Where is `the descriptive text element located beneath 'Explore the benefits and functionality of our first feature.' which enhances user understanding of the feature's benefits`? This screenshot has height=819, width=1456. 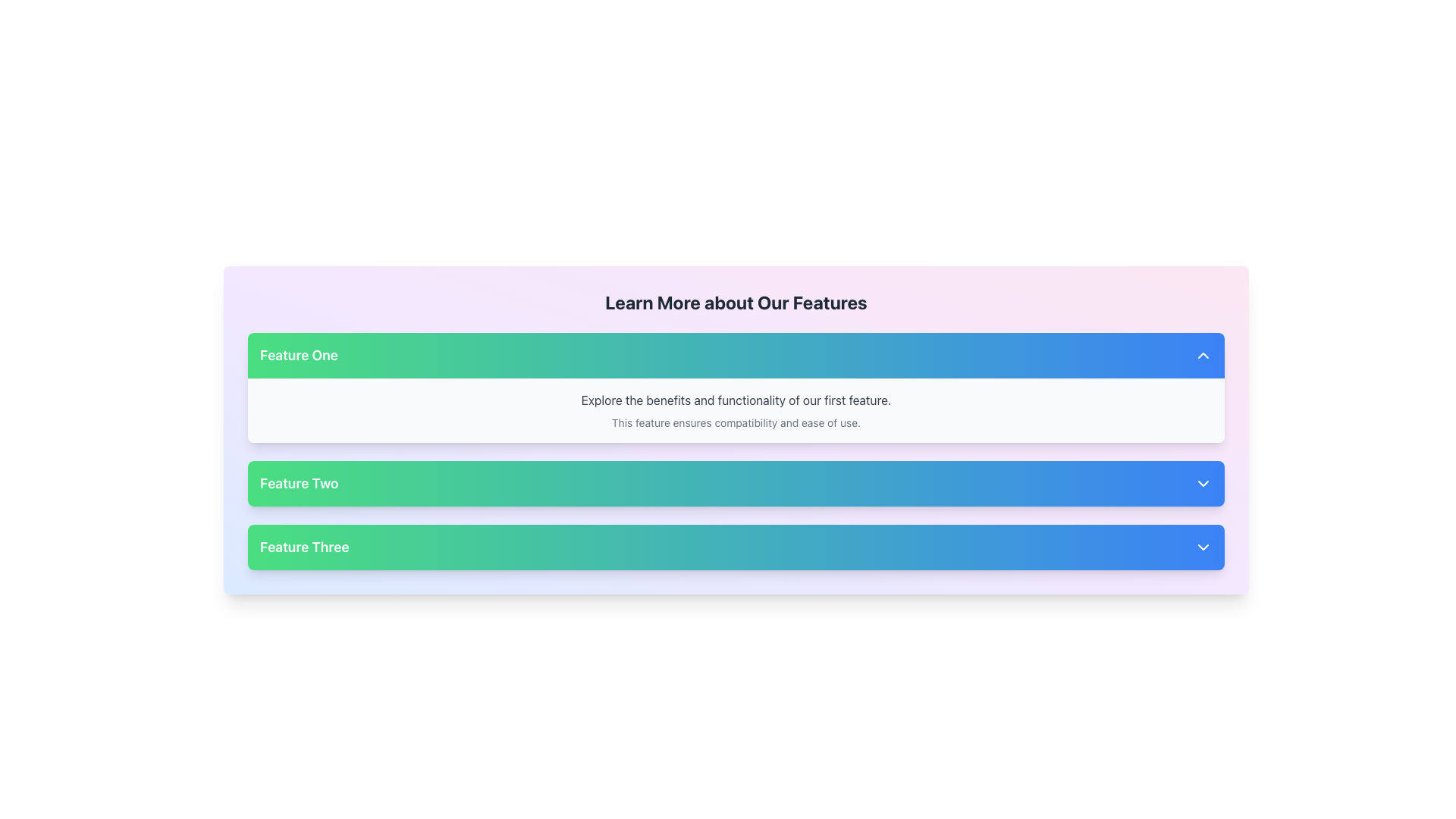
the descriptive text element located beneath 'Explore the benefits and functionality of our first feature.' which enhances user understanding of the feature's benefits is located at coordinates (736, 423).